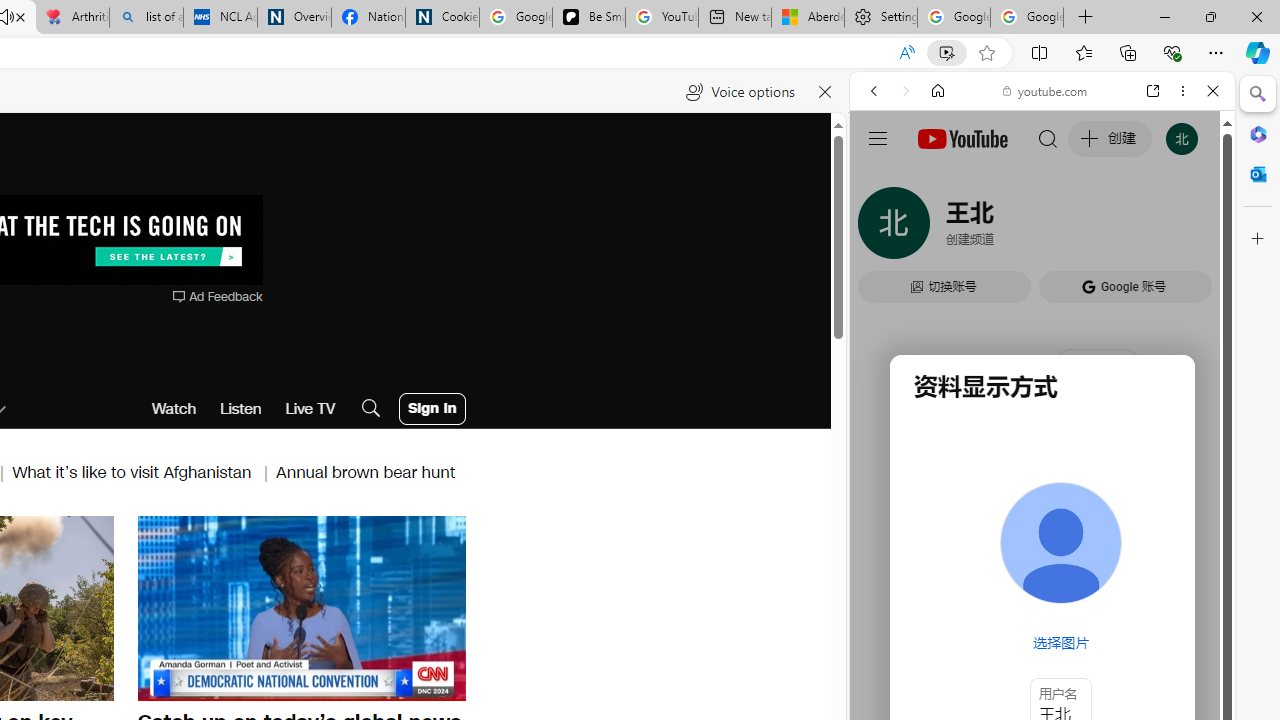 The width and height of the screenshot is (1280, 720). What do you see at coordinates (240, 407) in the screenshot?
I see `'Listen'` at bounding box center [240, 407].